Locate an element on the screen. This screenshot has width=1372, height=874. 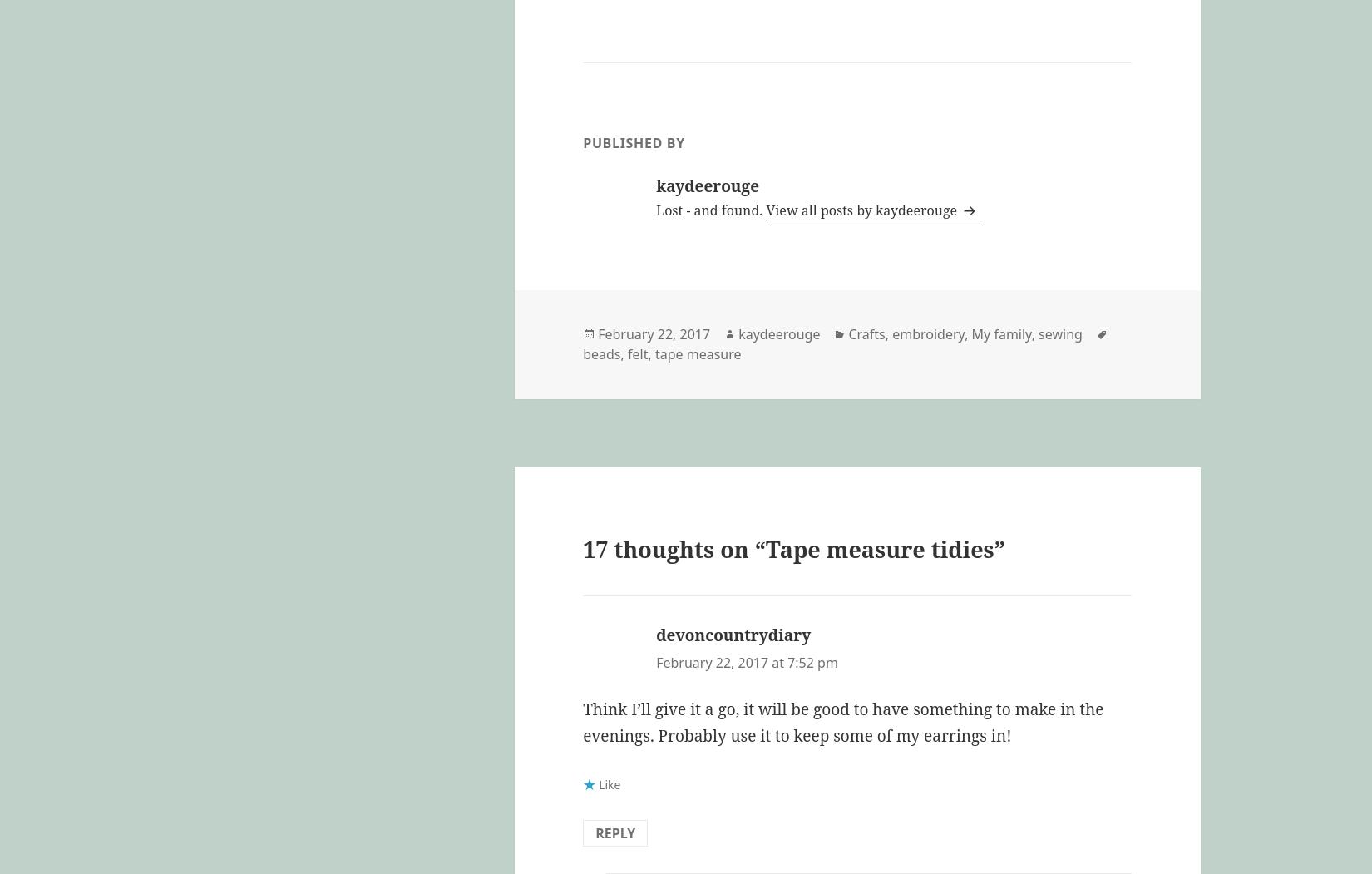
'felt' is located at coordinates (636, 353).